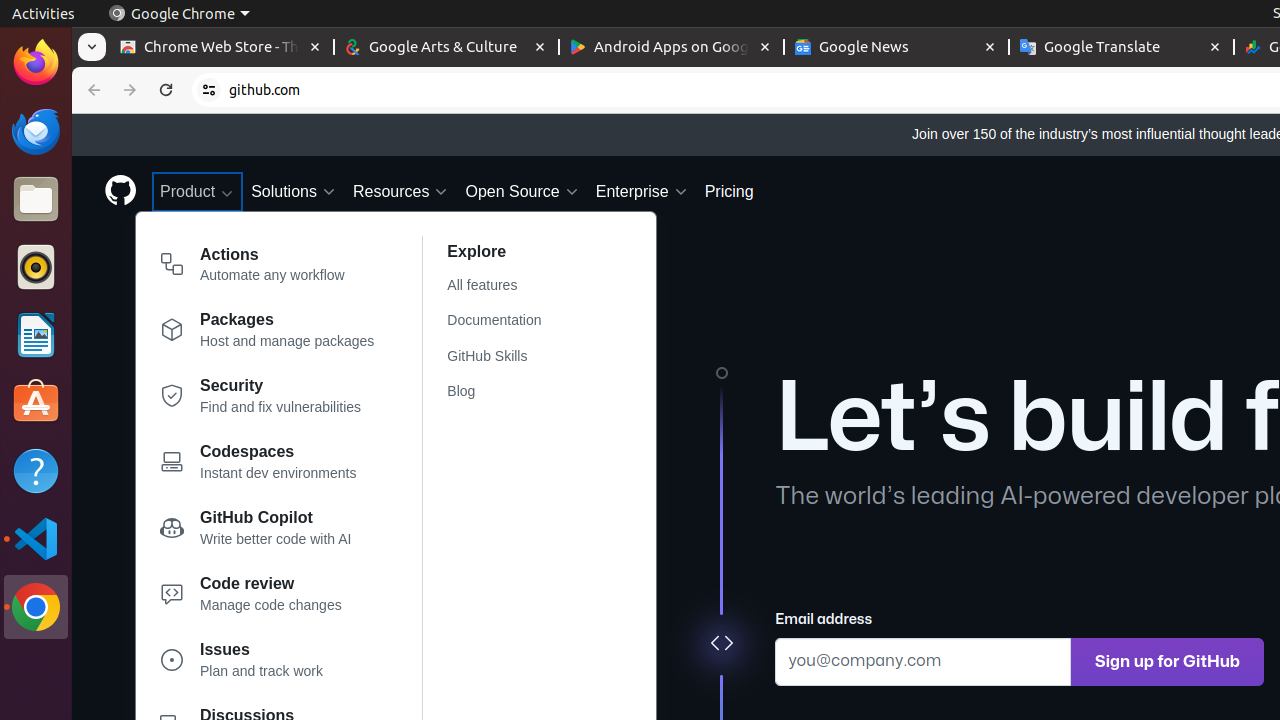 This screenshot has width=1280, height=720. I want to click on 'Thunderbird Mail', so click(35, 130).